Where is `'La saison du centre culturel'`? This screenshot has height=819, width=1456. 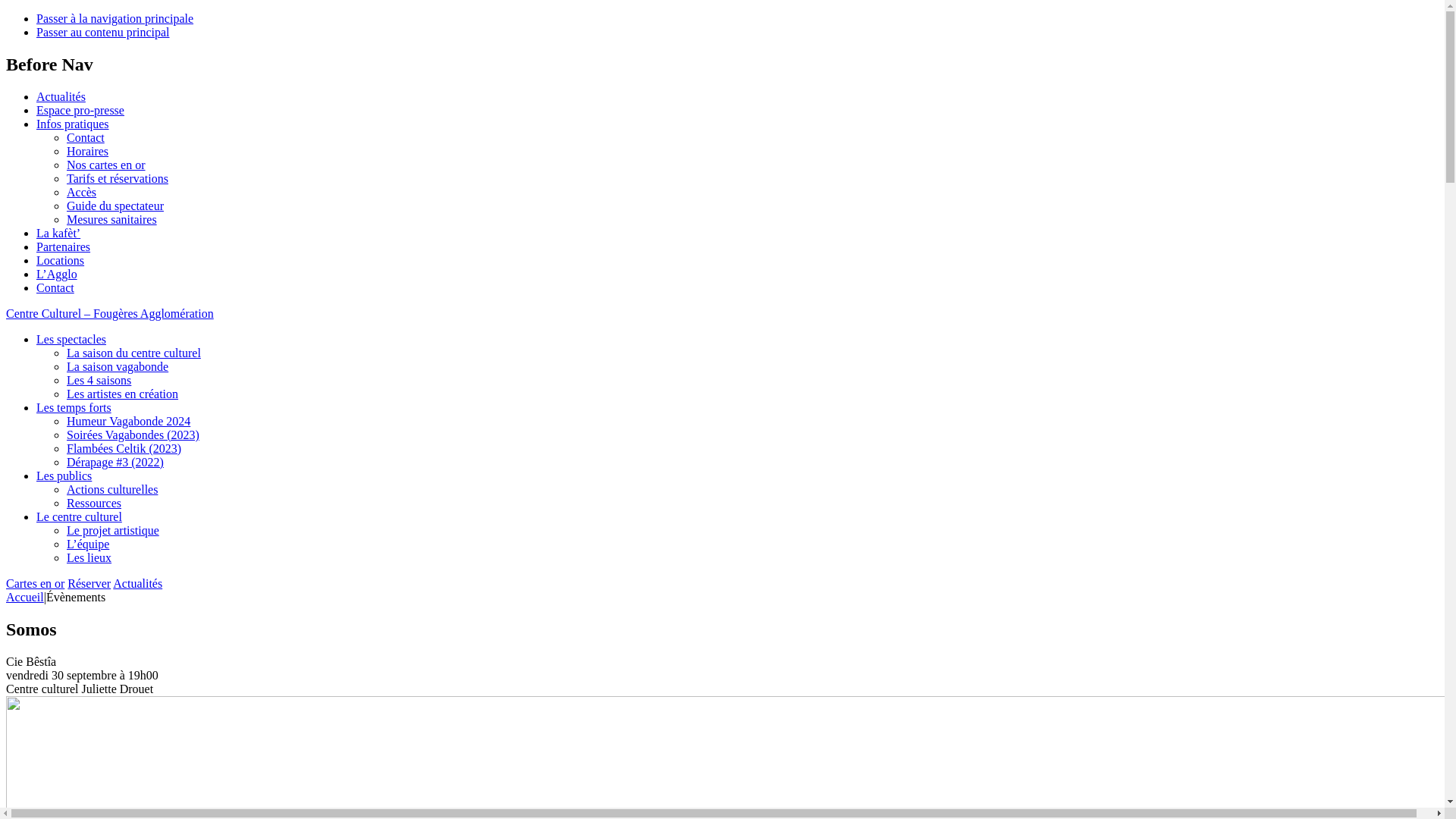 'La saison du centre culturel' is located at coordinates (133, 353).